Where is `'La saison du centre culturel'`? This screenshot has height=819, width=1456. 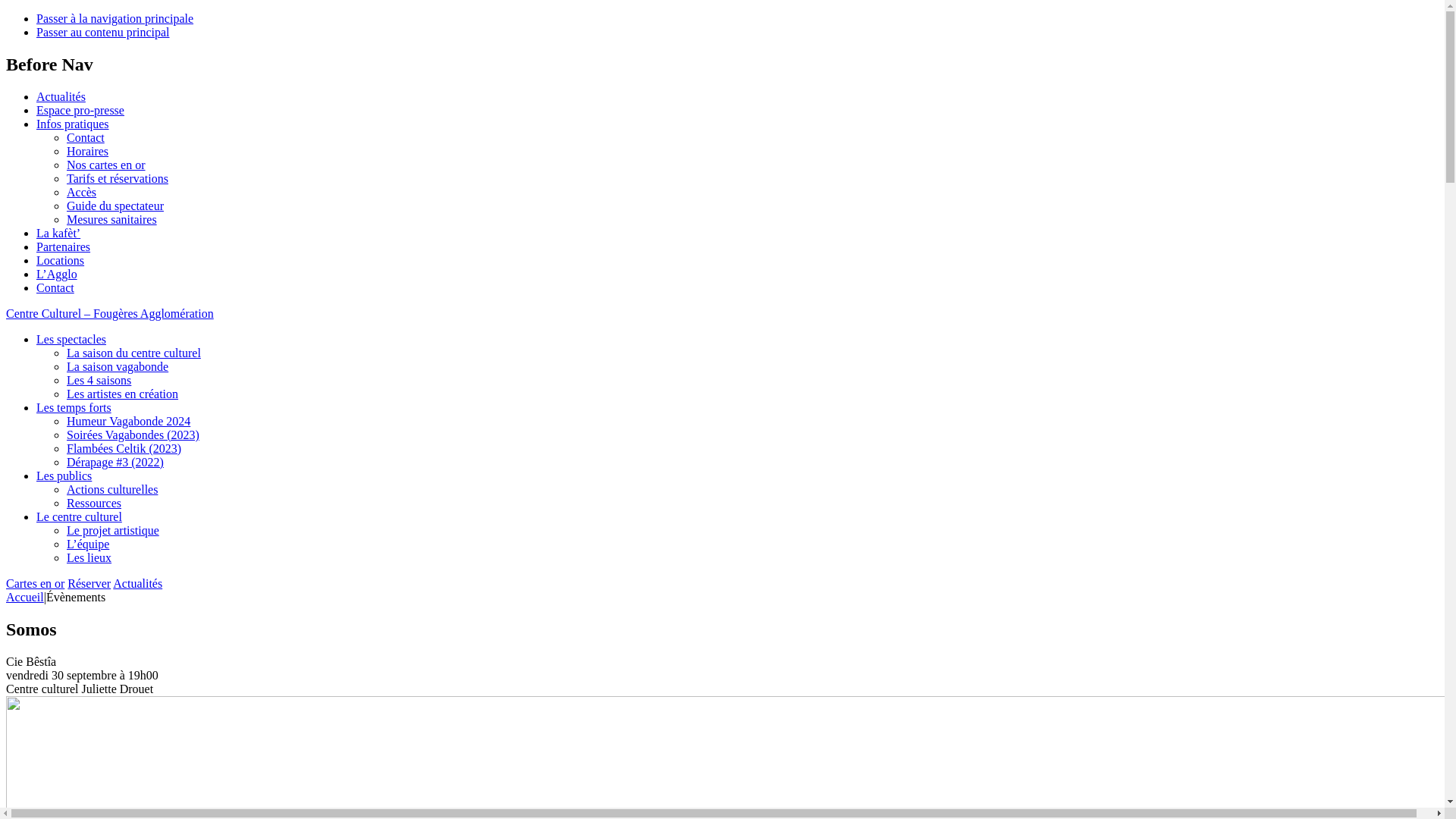 'La saison du centre culturel' is located at coordinates (133, 353).